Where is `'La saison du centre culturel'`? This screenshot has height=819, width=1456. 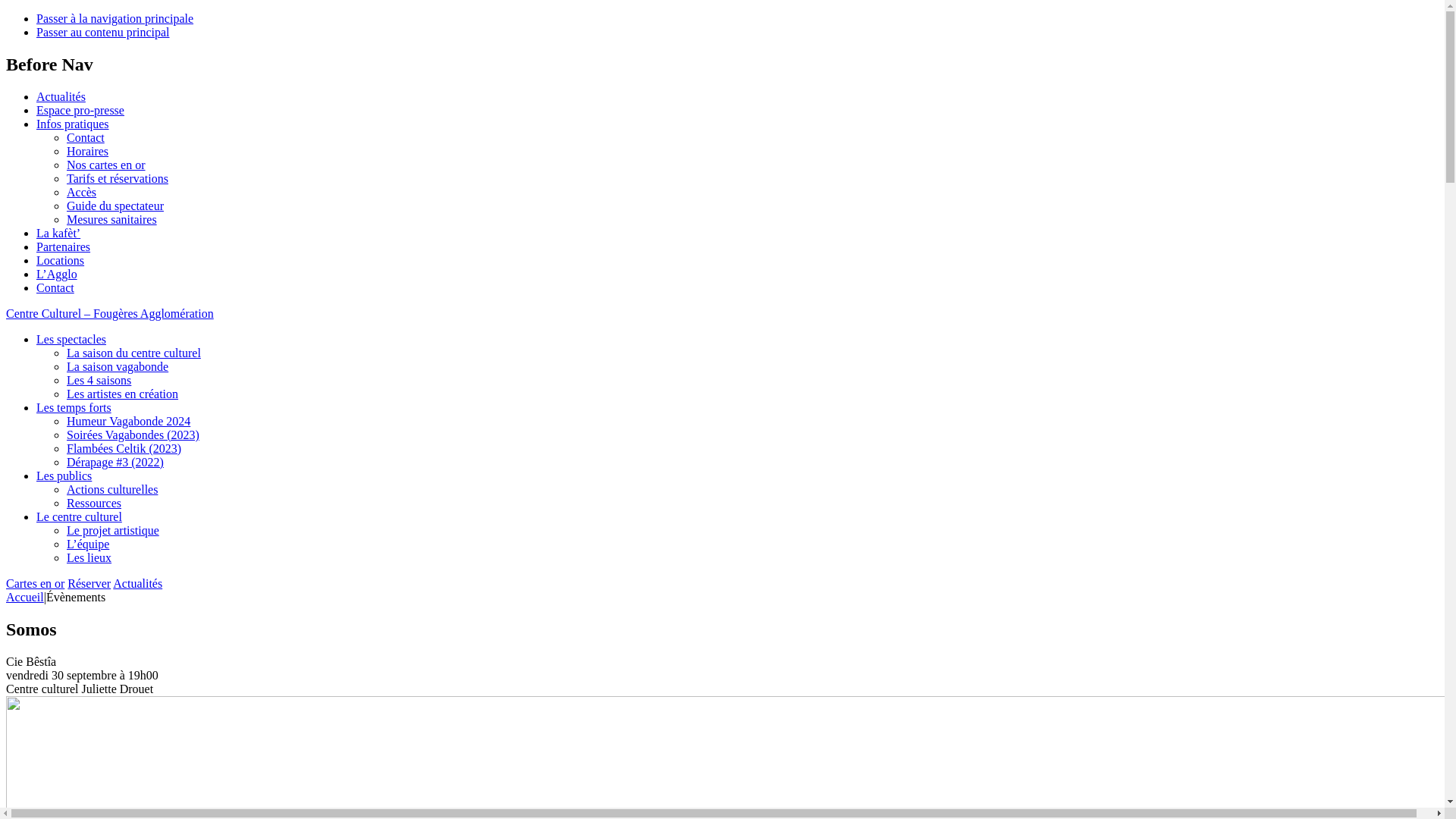 'La saison du centre culturel' is located at coordinates (133, 353).